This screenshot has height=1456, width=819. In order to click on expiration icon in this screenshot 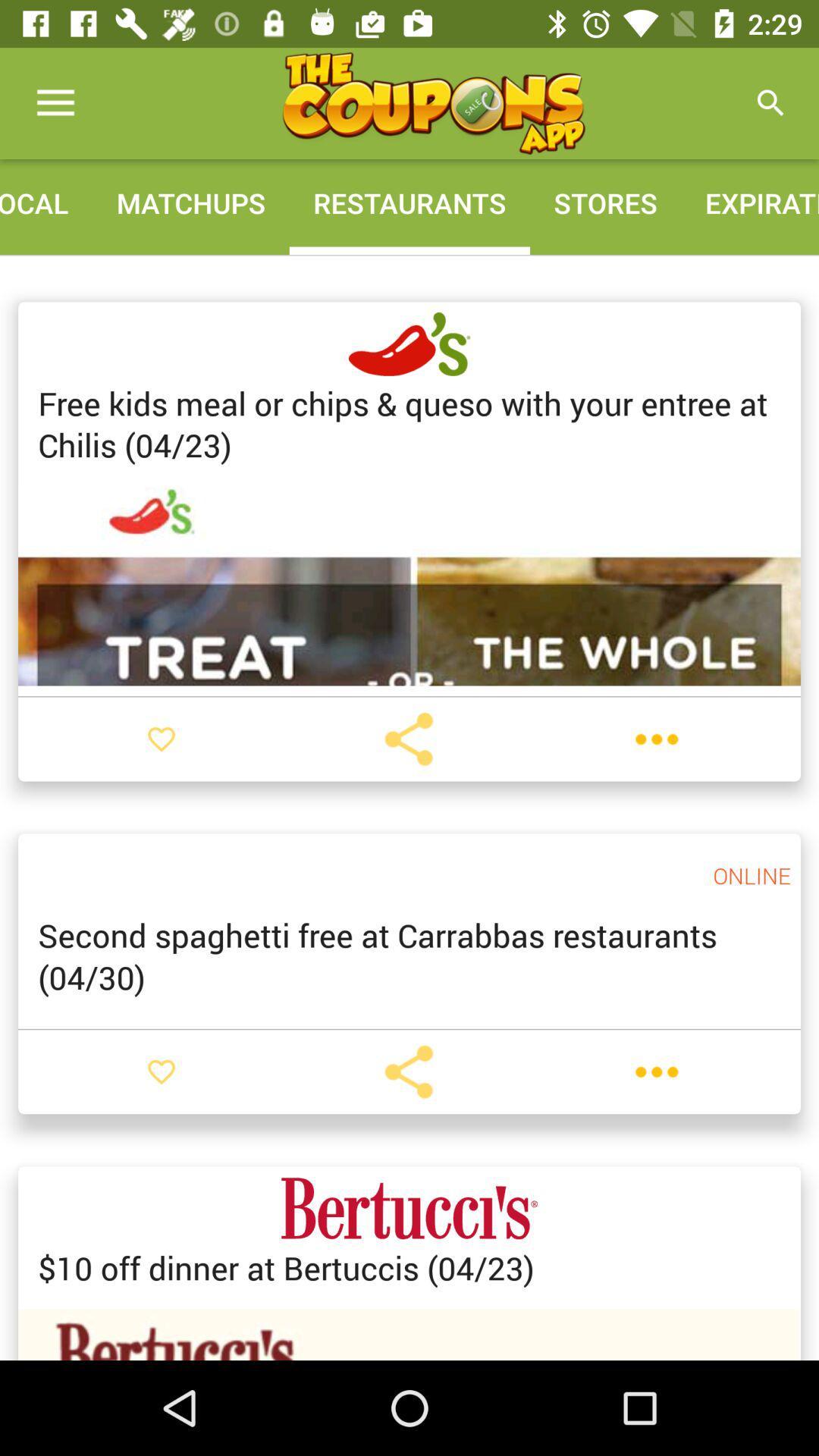, I will do `click(749, 202)`.